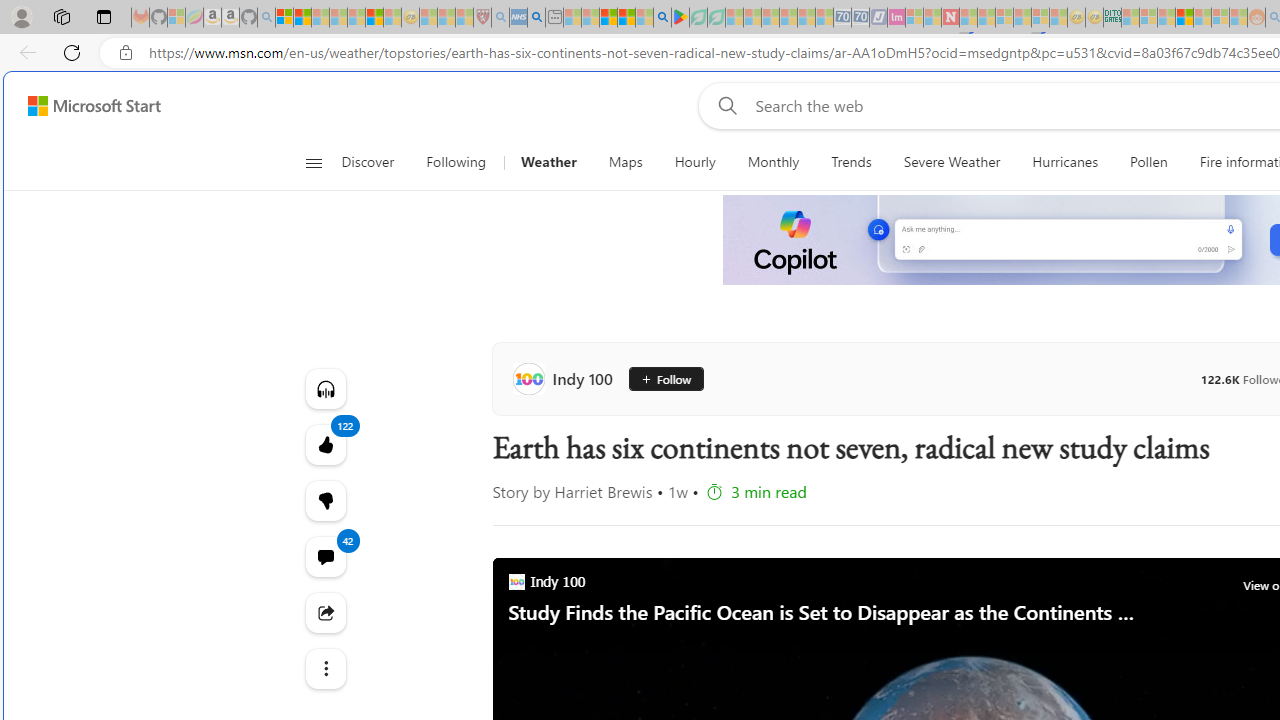  I want to click on 'Cheap Hotels - Save70.com - Sleeping', so click(860, 17).